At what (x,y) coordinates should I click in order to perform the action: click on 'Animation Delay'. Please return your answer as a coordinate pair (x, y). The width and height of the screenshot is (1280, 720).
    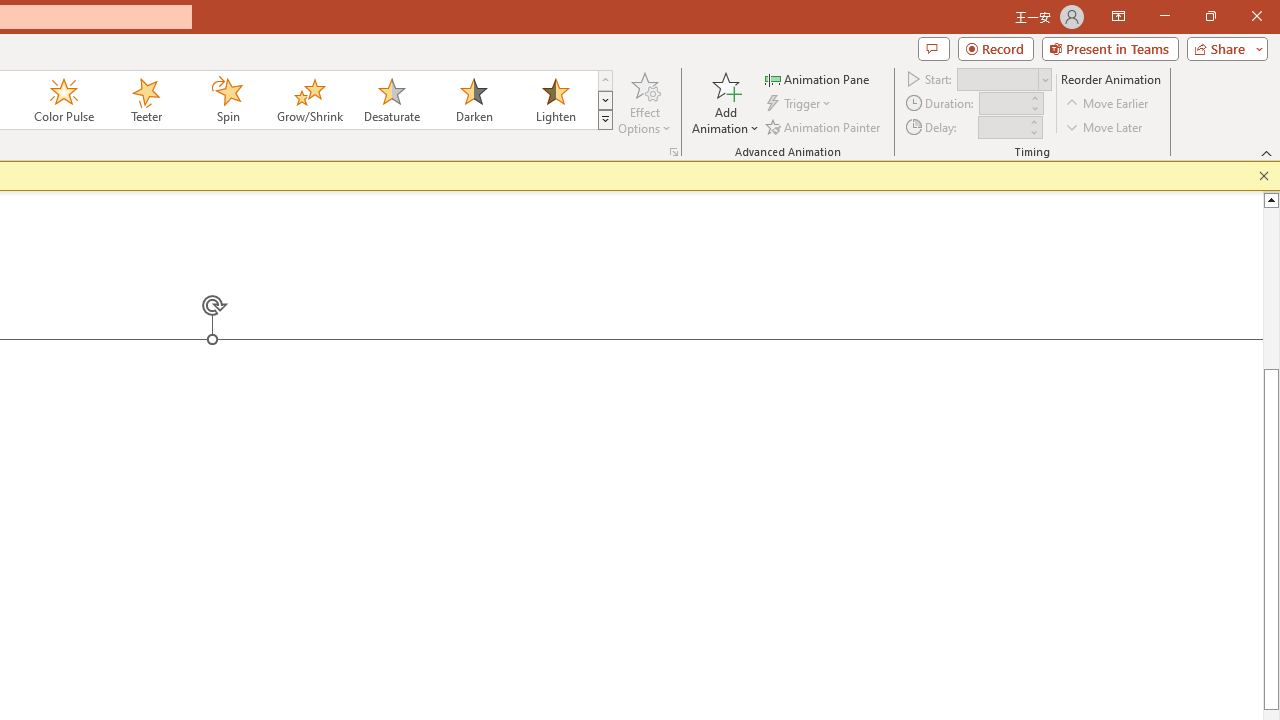
    Looking at the image, I should click on (1002, 127).